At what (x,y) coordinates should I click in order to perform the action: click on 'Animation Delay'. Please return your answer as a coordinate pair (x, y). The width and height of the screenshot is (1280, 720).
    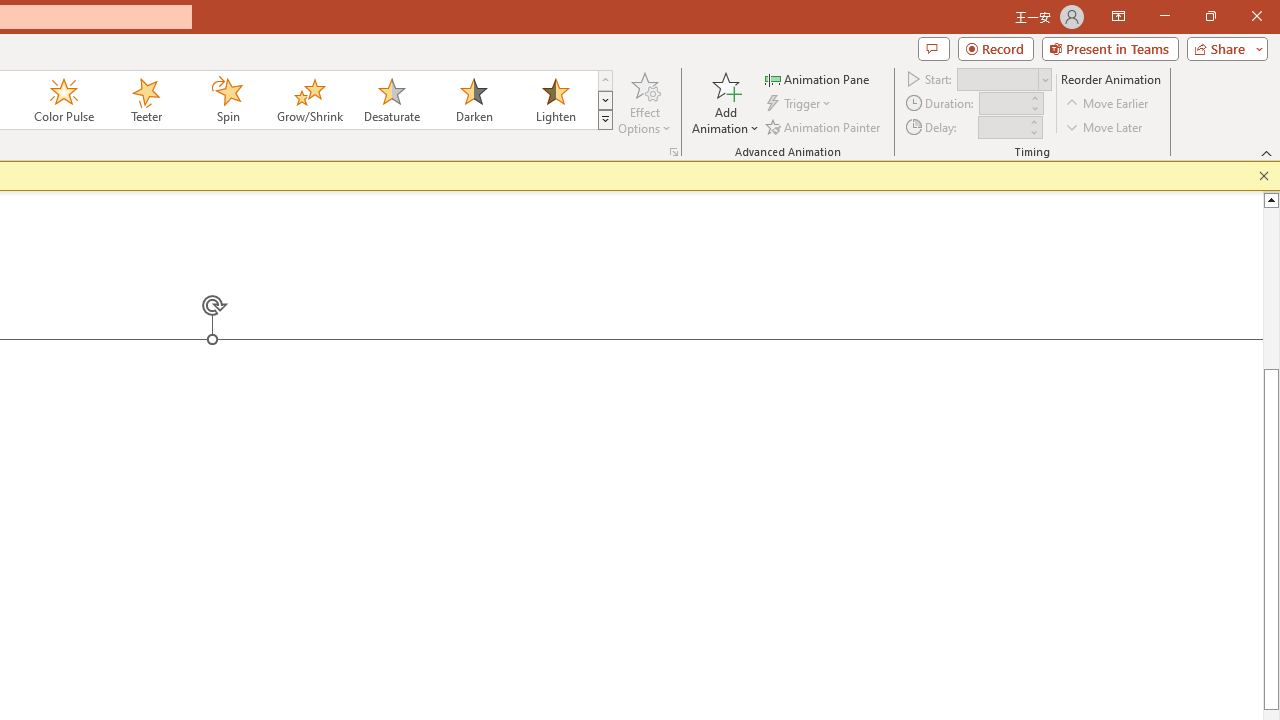
    Looking at the image, I should click on (1002, 127).